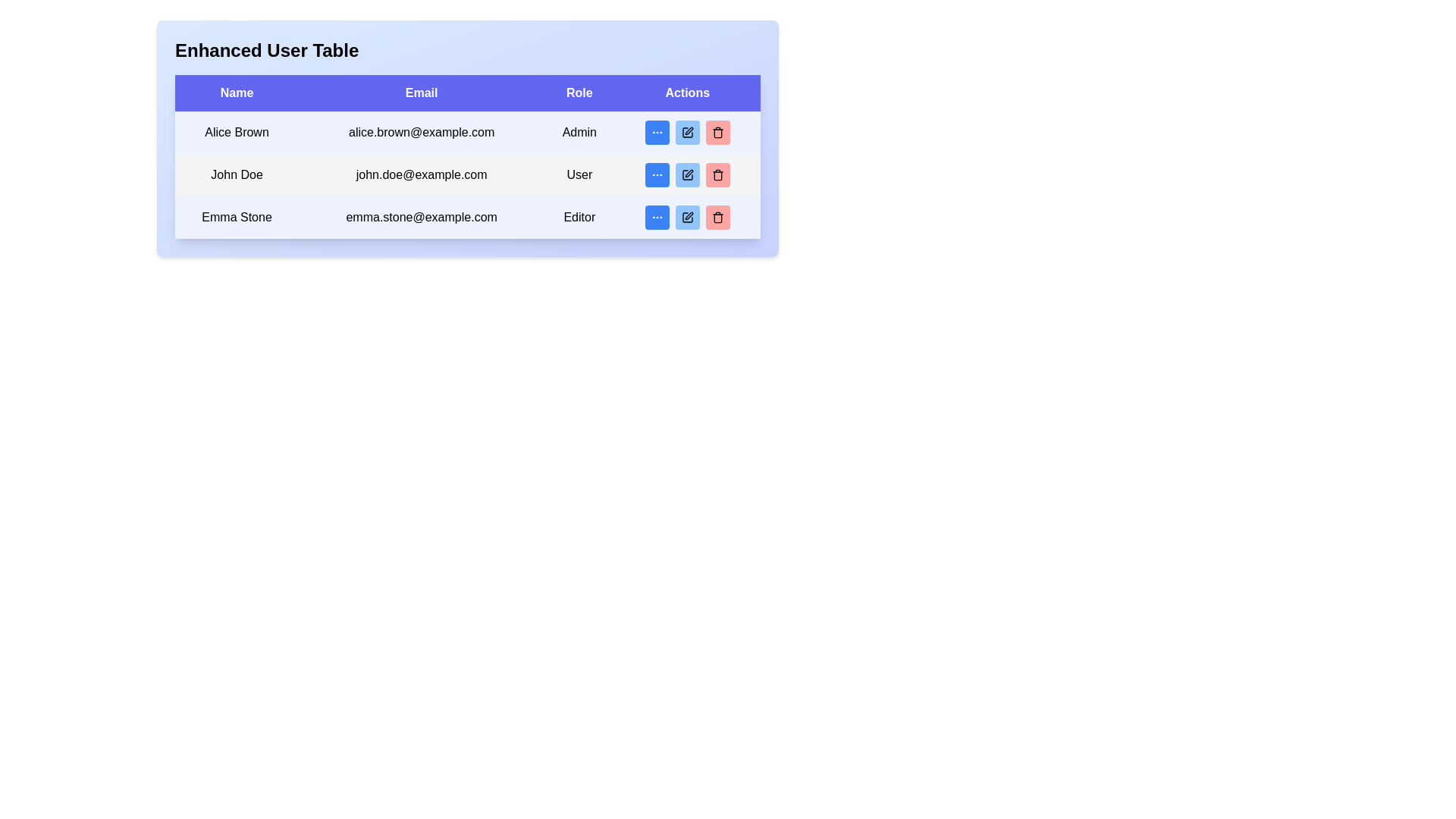 The width and height of the screenshot is (1456, 819). Describe the element at coordinates (686, 217) in the screenshot. I see `the blue, slightly rounded button containing a pen icon, which is the second action button in the row for 'Emma Stone'` at that location.